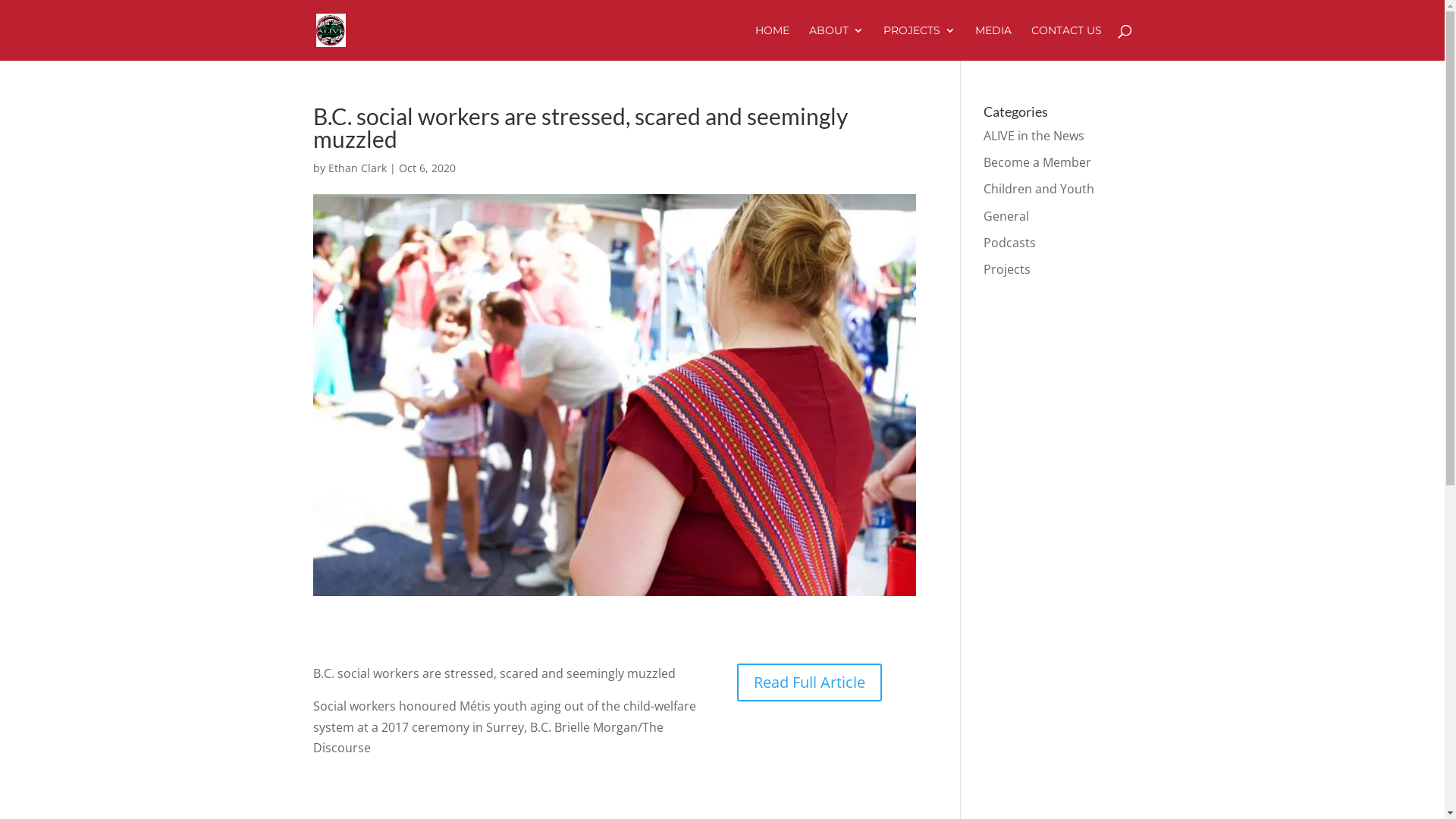 The image size is (1456, 819). What do you see at coordinates (772, 42) in the screenshot?
I see `'HOME'` at bounding box center [772, 42].